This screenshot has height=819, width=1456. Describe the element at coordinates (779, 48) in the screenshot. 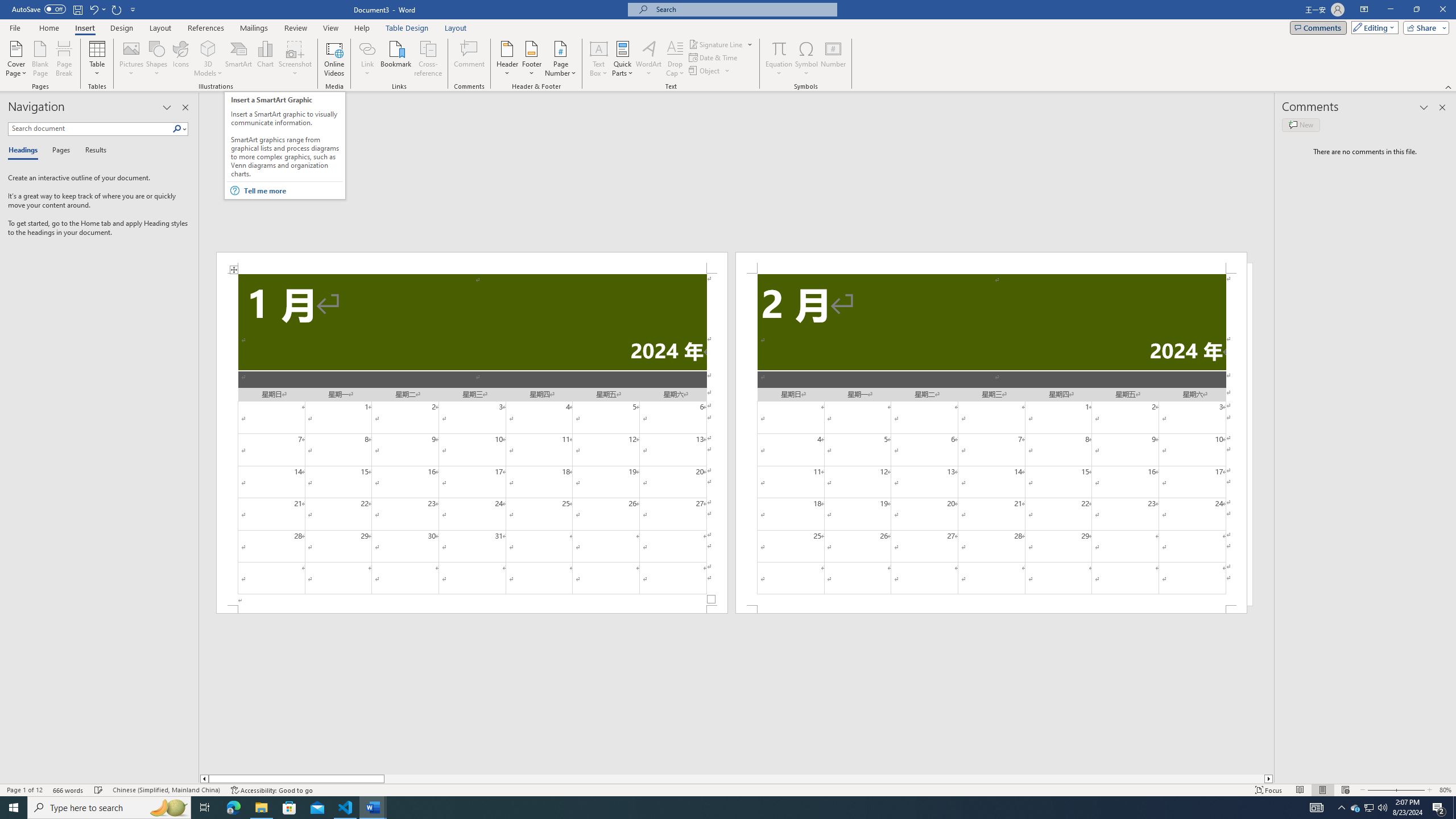

I see `'Equation'` at that location.